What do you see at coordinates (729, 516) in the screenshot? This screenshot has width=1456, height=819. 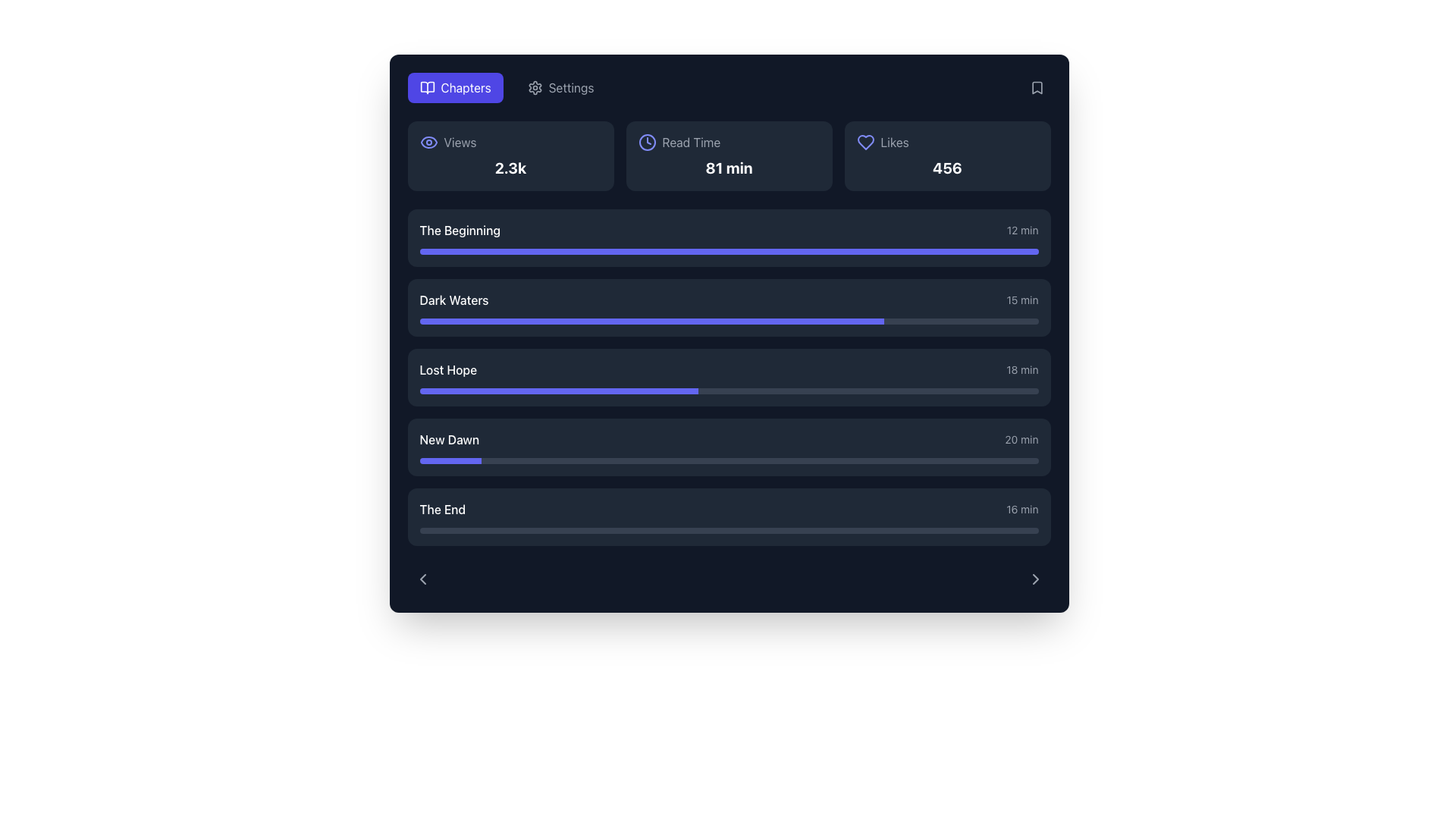 I see `the card titled 'The End' at the bottom of the list` at bounding box center [729, 516].